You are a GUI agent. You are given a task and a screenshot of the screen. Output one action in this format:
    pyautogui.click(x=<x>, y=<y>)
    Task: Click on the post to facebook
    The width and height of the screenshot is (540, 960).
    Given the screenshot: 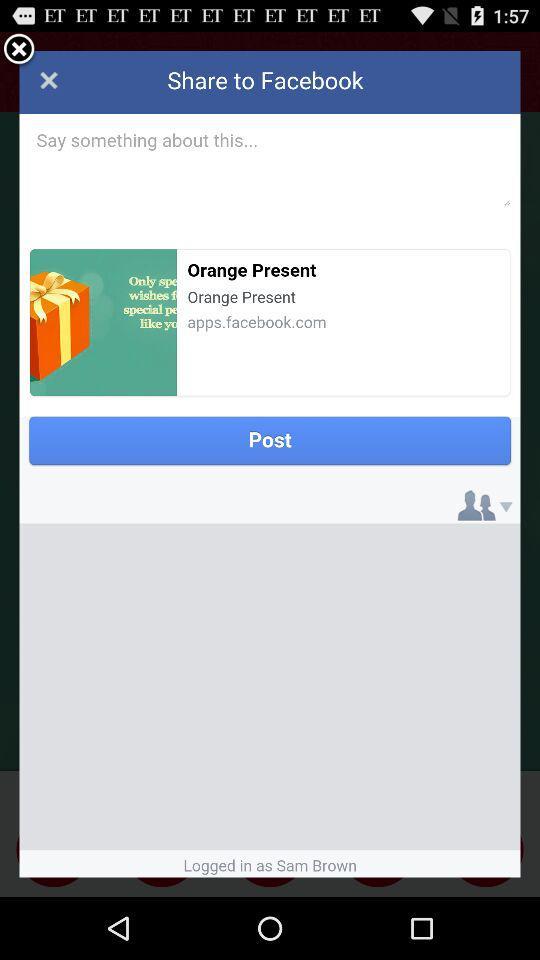 What is the action you would take?
    pyautogui.click(x=270, y=464)
    